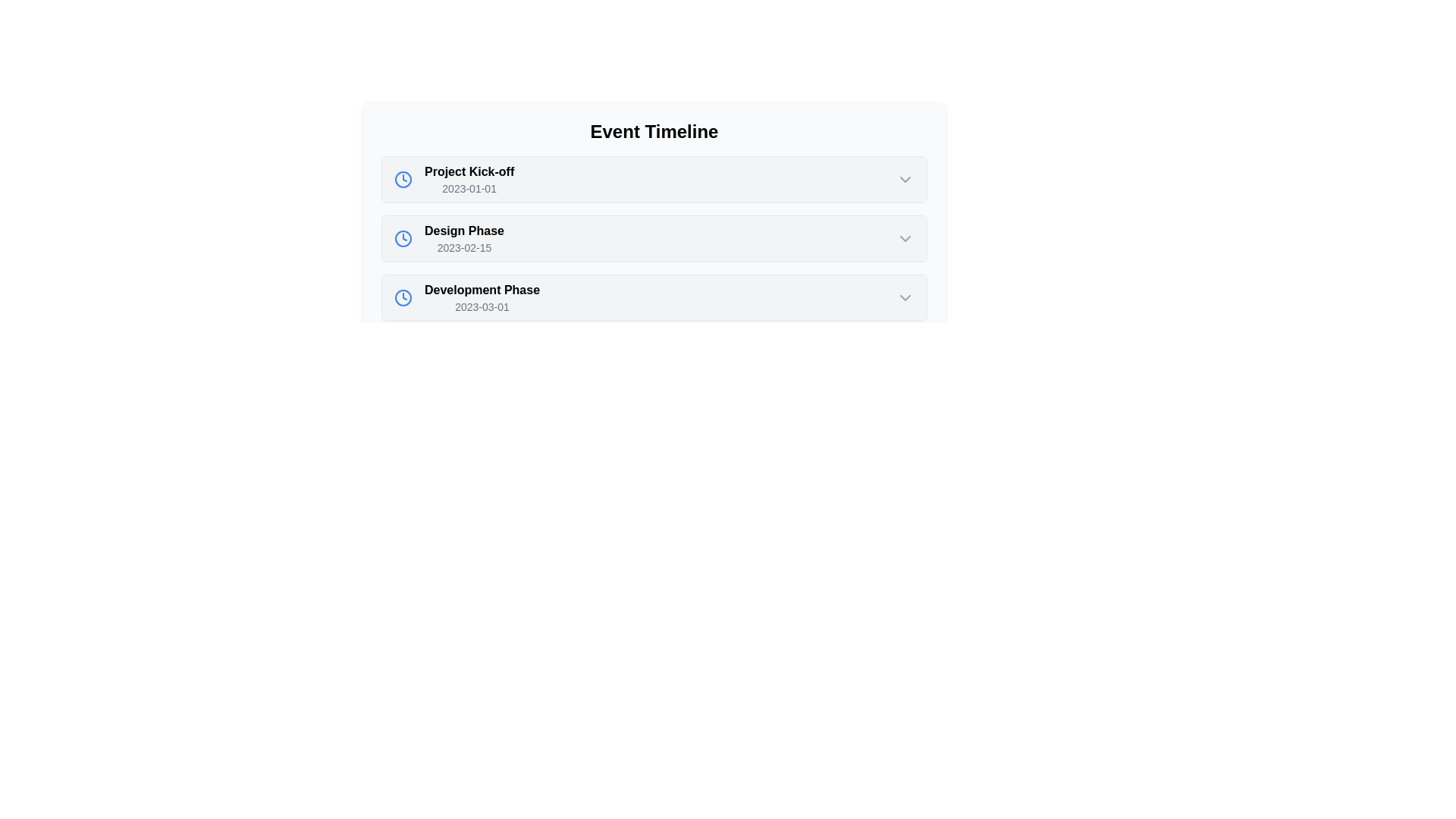  I want to click on date displayed in the small light gray text label showing '2023-01-01' located below 'Project Kick-off' in the event timeline, so click(469, 188).